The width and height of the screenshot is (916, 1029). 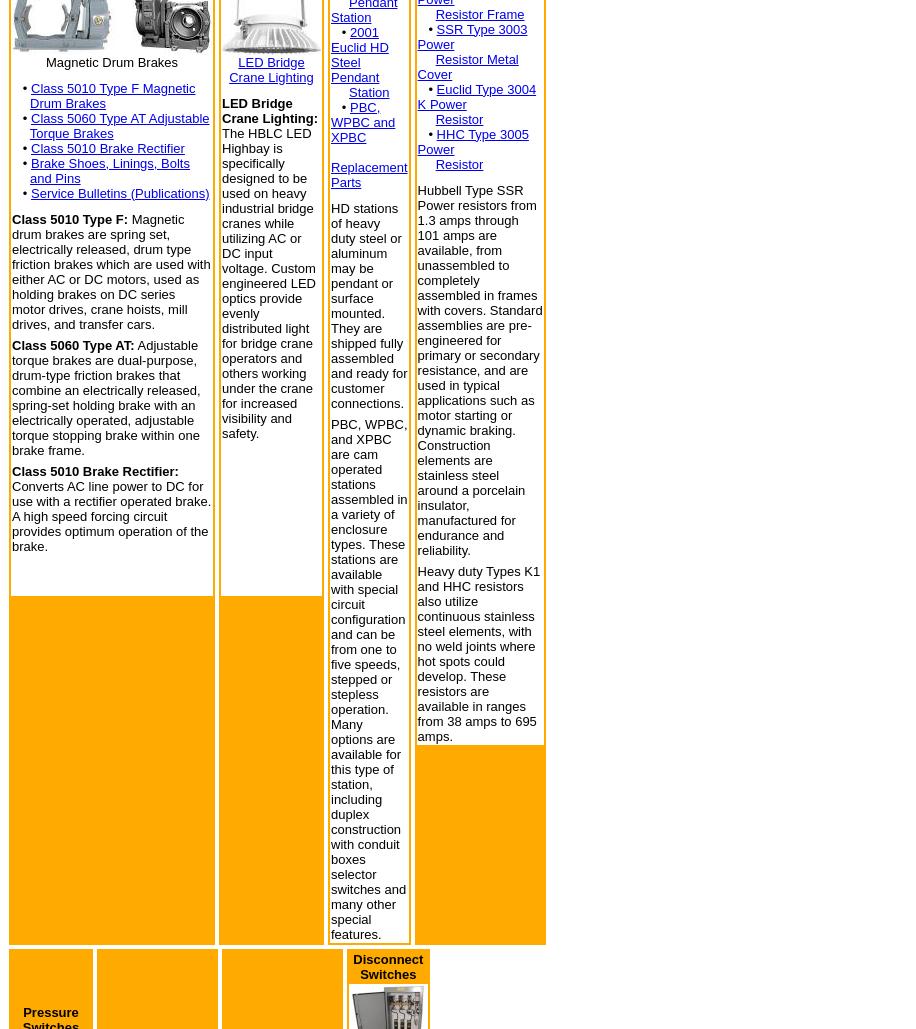 I want to click on 'The HBLC LED Highbay is specifically designed to be used on heavy industrial bridge cranes while utilizing AC or DC input voltage. Custom engineered LED optics provide evenly distributed light for bridge crane operators and others working under the crane for increased visibility and safety.', so click(x=268, y=281).